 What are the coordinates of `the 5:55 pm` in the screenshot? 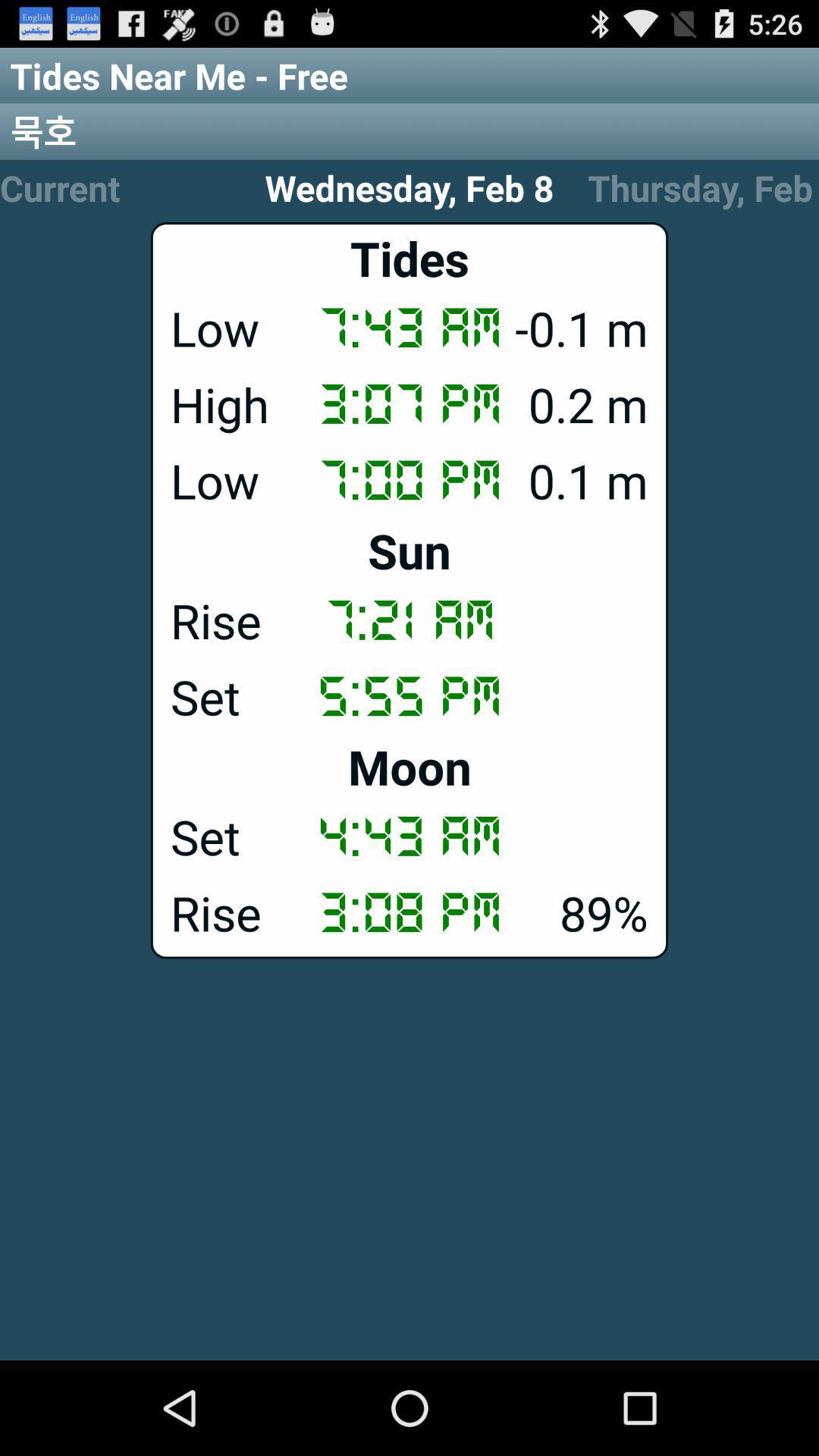 It's located at (409, 695).